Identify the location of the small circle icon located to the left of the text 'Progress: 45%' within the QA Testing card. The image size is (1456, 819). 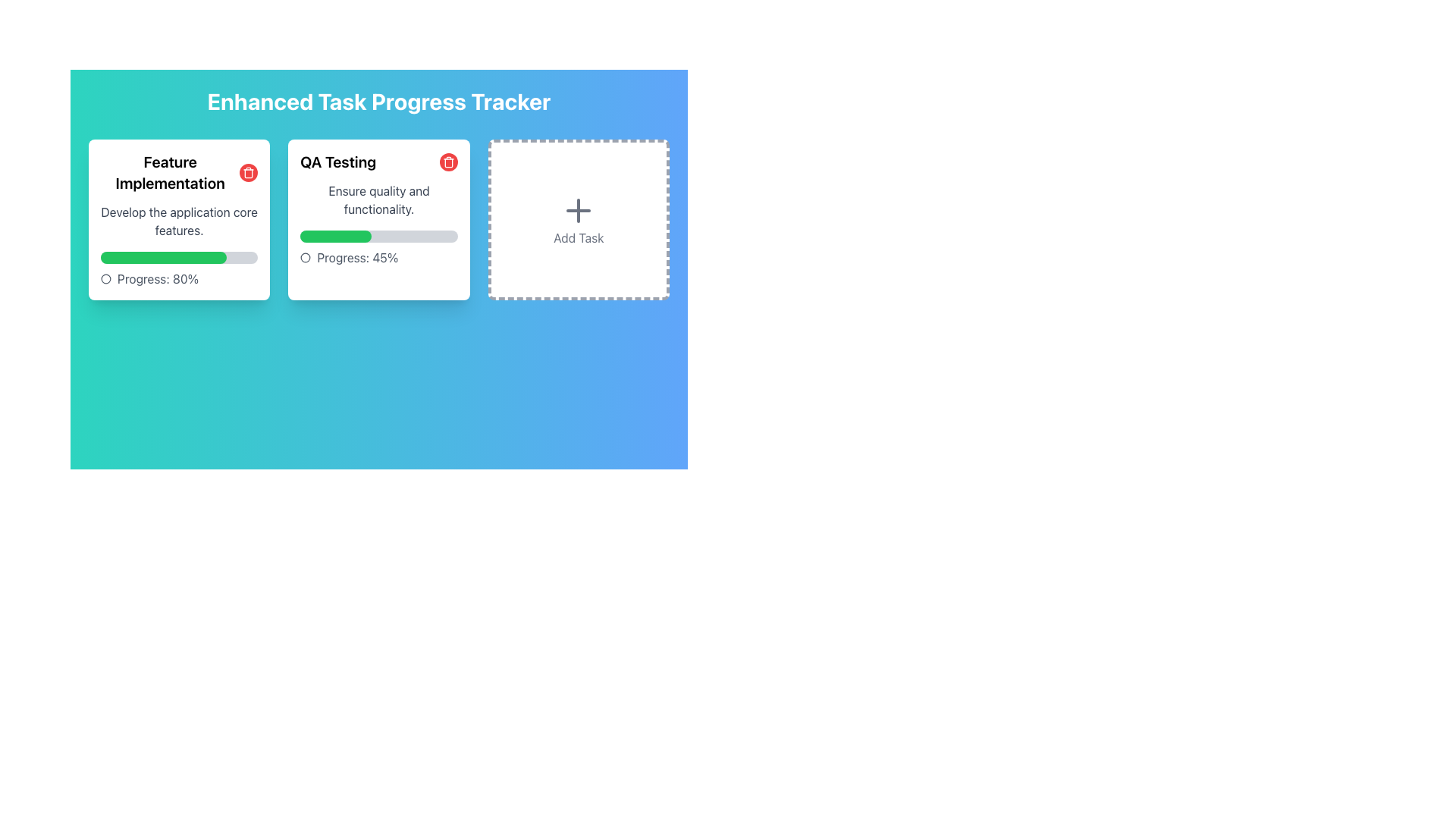
(305, 256).